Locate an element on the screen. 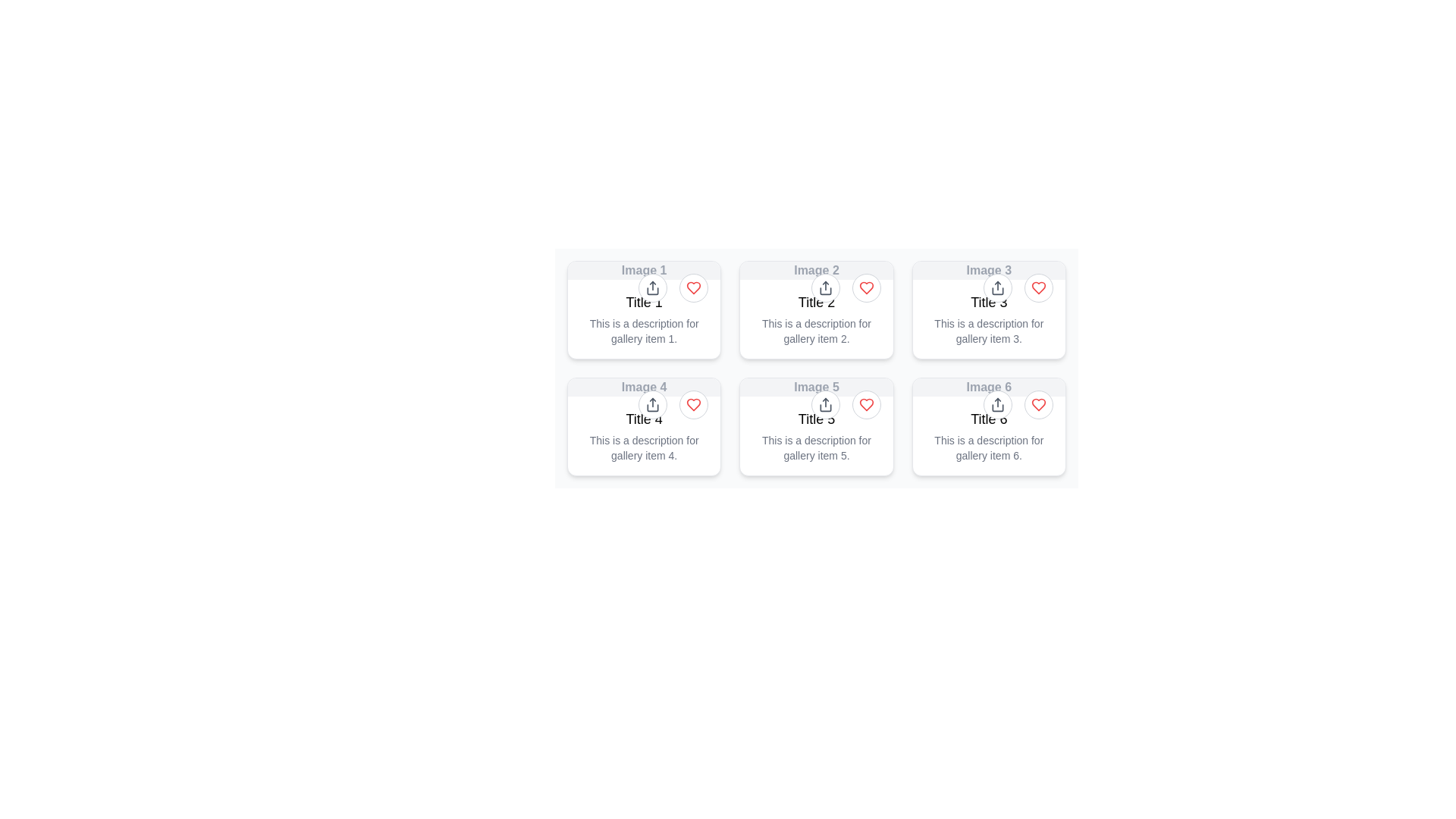 The image size is (1456, 819). the share button, which is the left circular button with an upward arrow icon, located in the upper-right corner of the card labeled 'Title 4' is located at coordinates (673, 403).